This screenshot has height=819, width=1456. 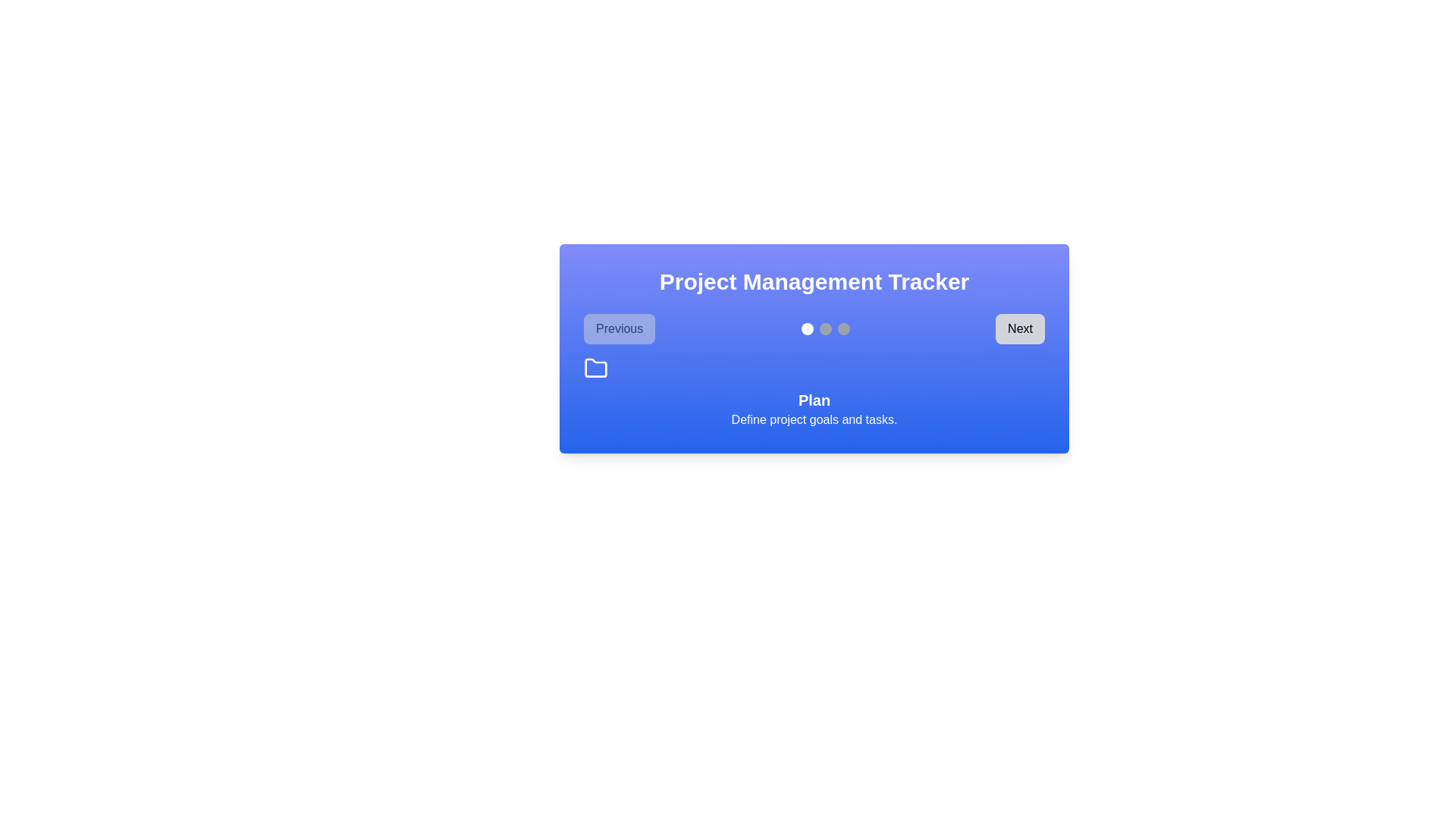 I want to click on the 'Next' button to navigate to the next step, so click(x=1019, y=328).